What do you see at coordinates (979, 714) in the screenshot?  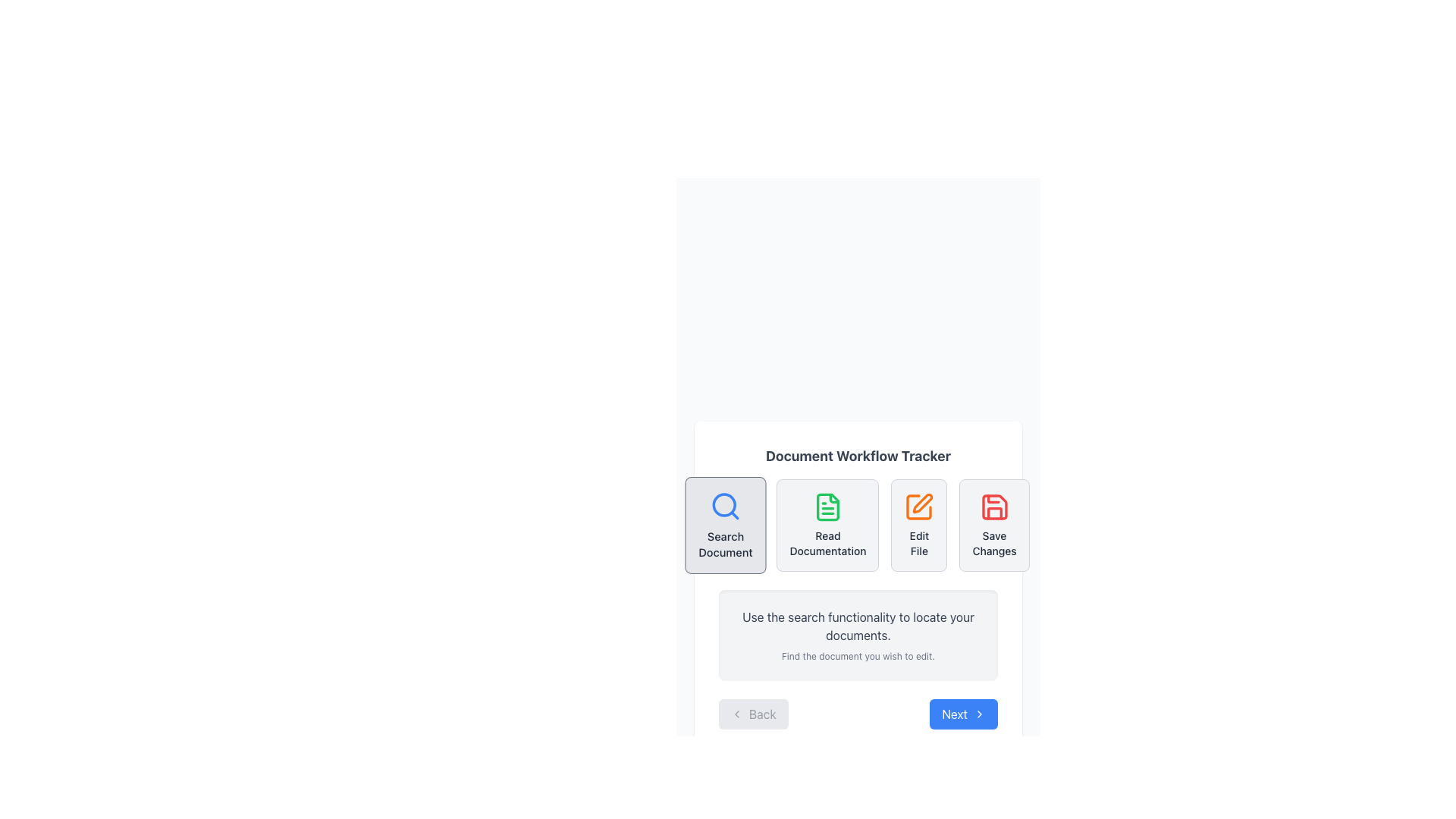 I see `the forward action icon located on the right edge of the 'Next' button in the bottom-right control area of the workflow interface` at bounding box center [979, 714].